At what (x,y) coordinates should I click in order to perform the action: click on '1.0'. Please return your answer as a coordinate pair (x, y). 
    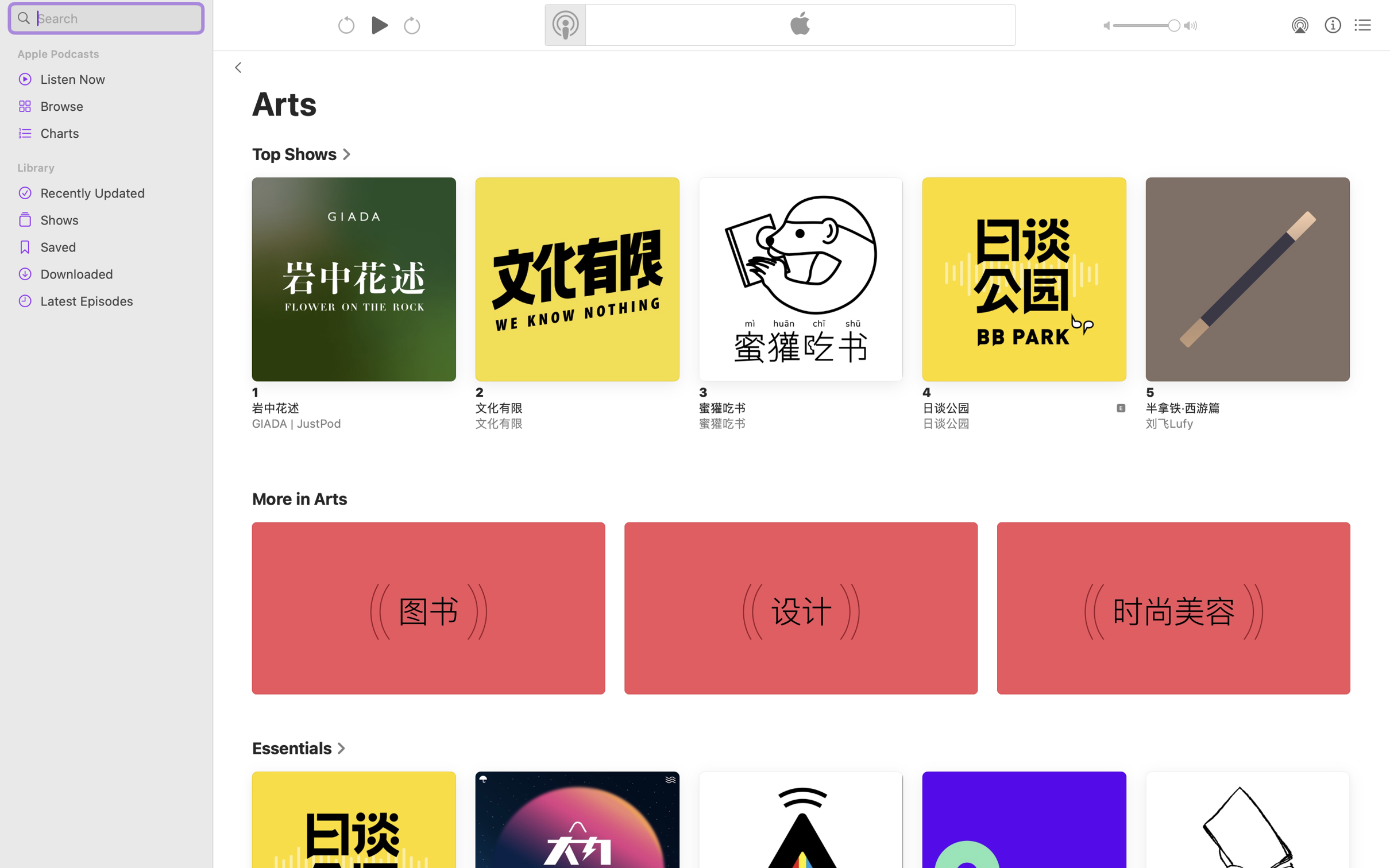
    Looking at the image, I should click on (1146, 25).